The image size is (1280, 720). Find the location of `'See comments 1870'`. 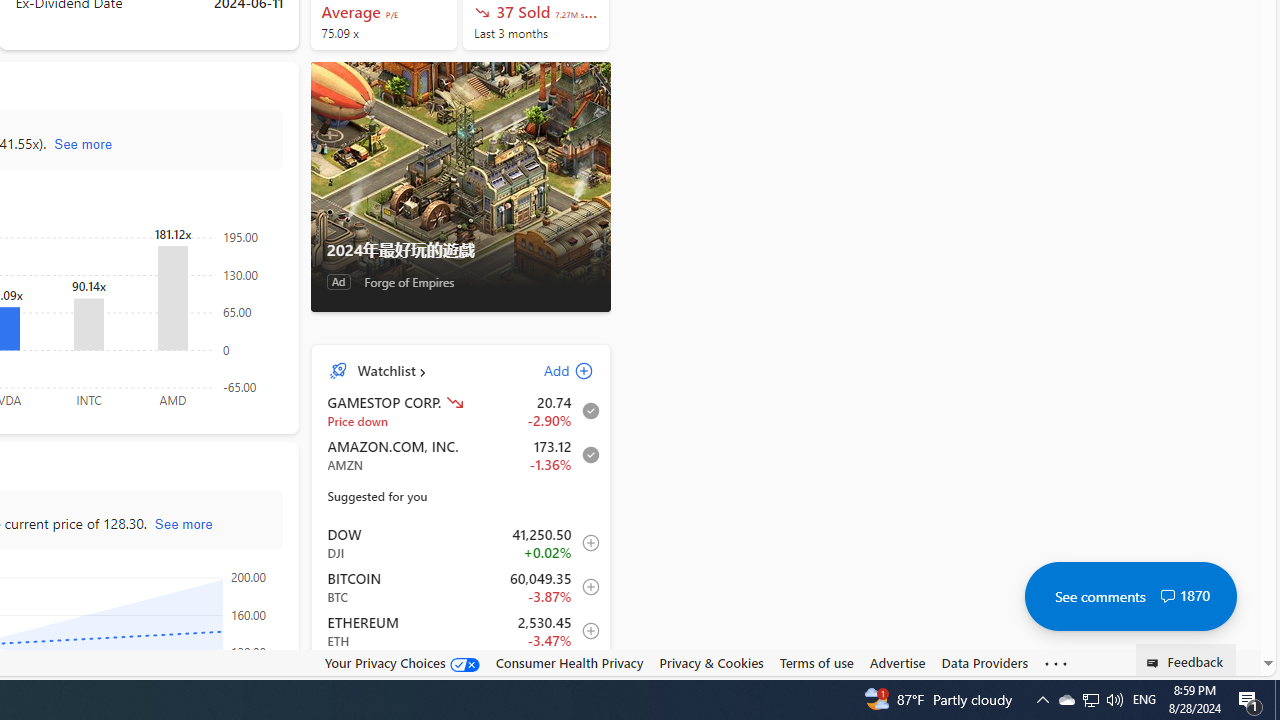

'See comments 1870' is located at coordinates (1130, 595).